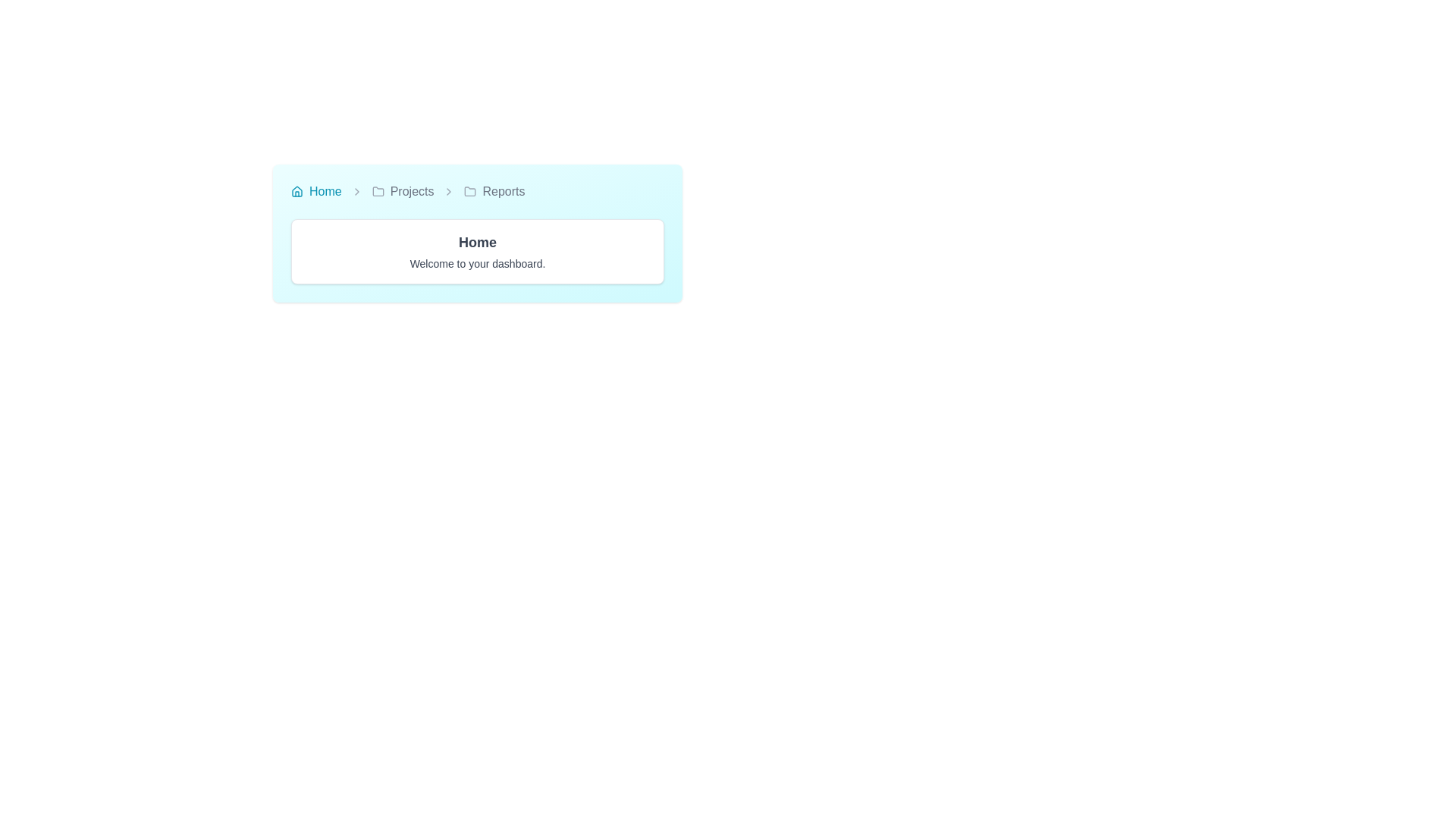 The width and height of the screenshot is (1456, 819). I want to click on the 'Projects' breadcrumb link, so click(403, 191).